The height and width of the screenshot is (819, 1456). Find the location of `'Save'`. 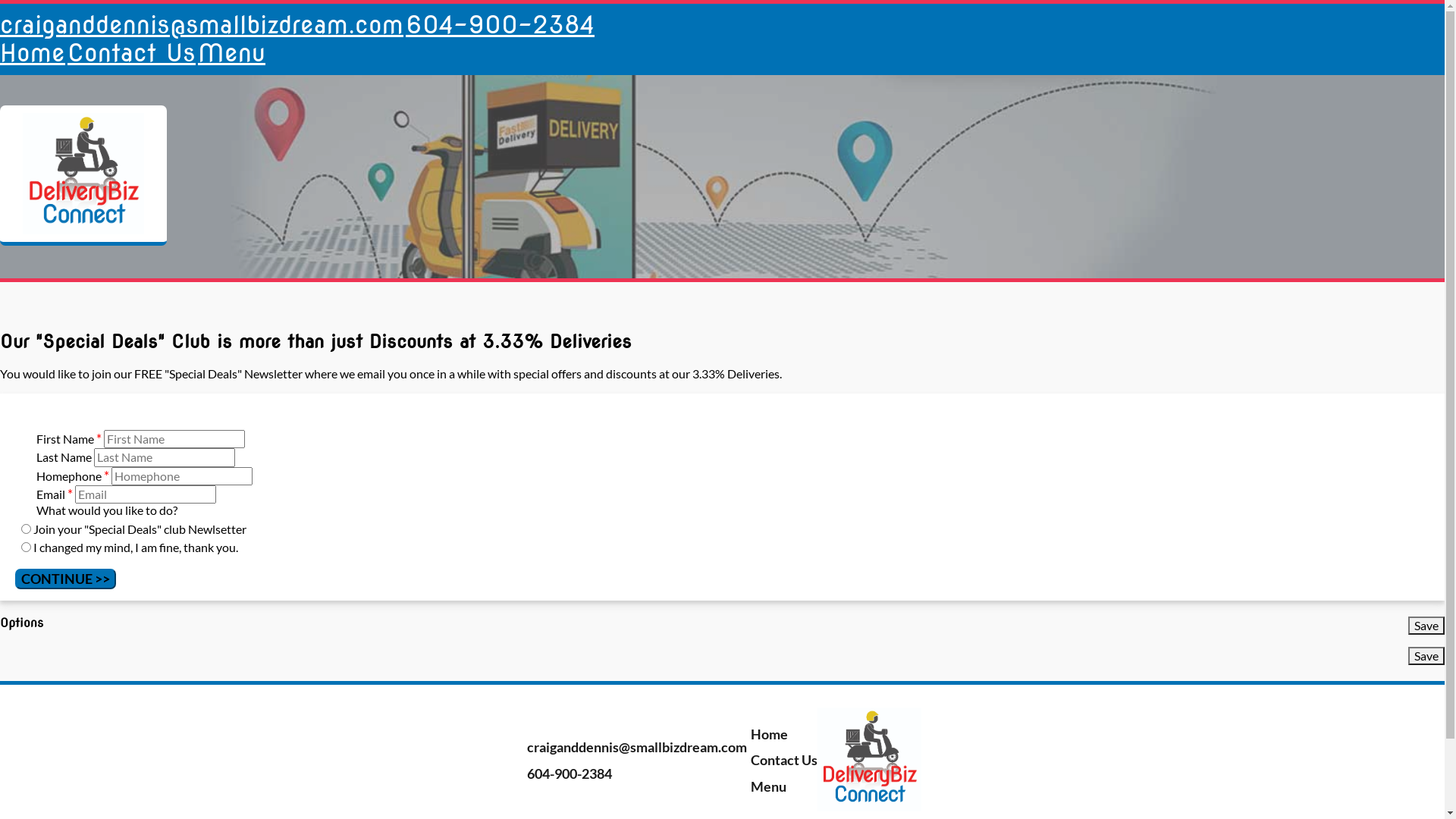

'Save' is located at coordinates (1426, 654).